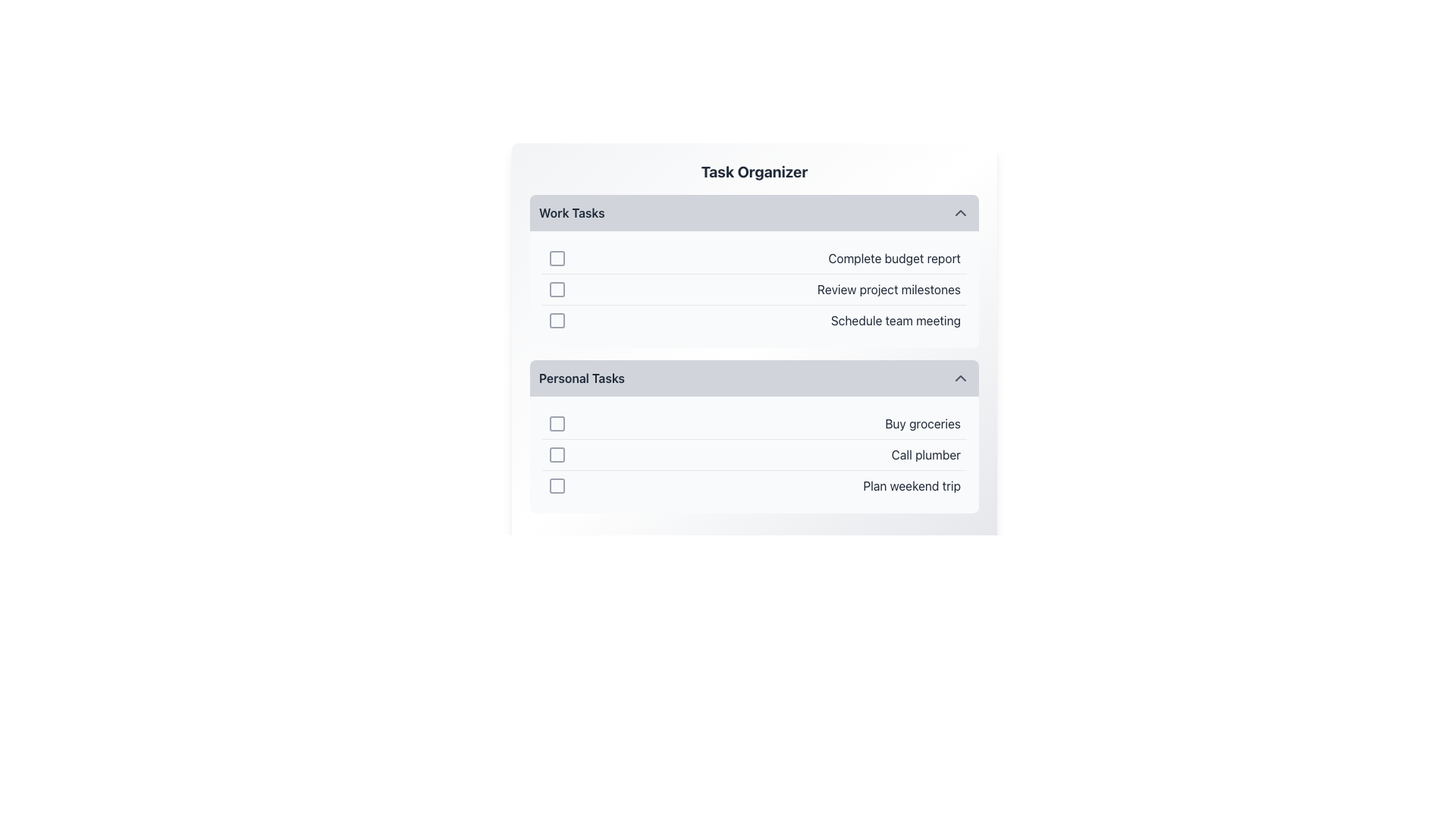 The height and width of the screenshot is (819, 1456). What do you see at coordinates (556, 257) in the screenshot?
I see `the first checkbox in the 'Work Tasks' category to mark the task 'Complete budget report' as completed` at bounding box center [556, 257].